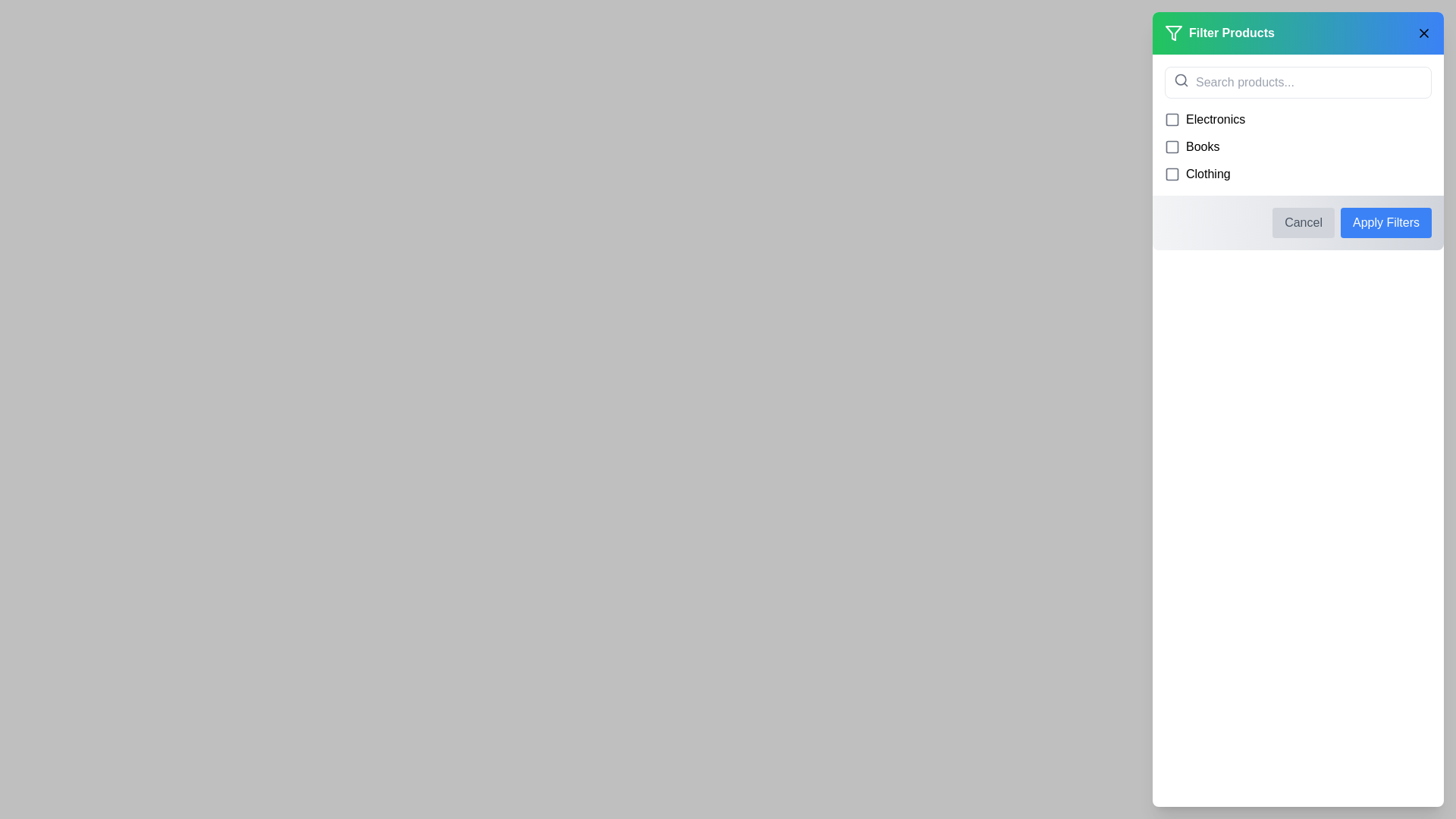 The height and width of the screenshot is (819, 1456). What do you see at coordinates (1171, 119) in the screenshot?
I see `the unselected checkbox located to the left of the 'Electronics' label in the 'Filter Products' section` at bounding box center [1171, 119].